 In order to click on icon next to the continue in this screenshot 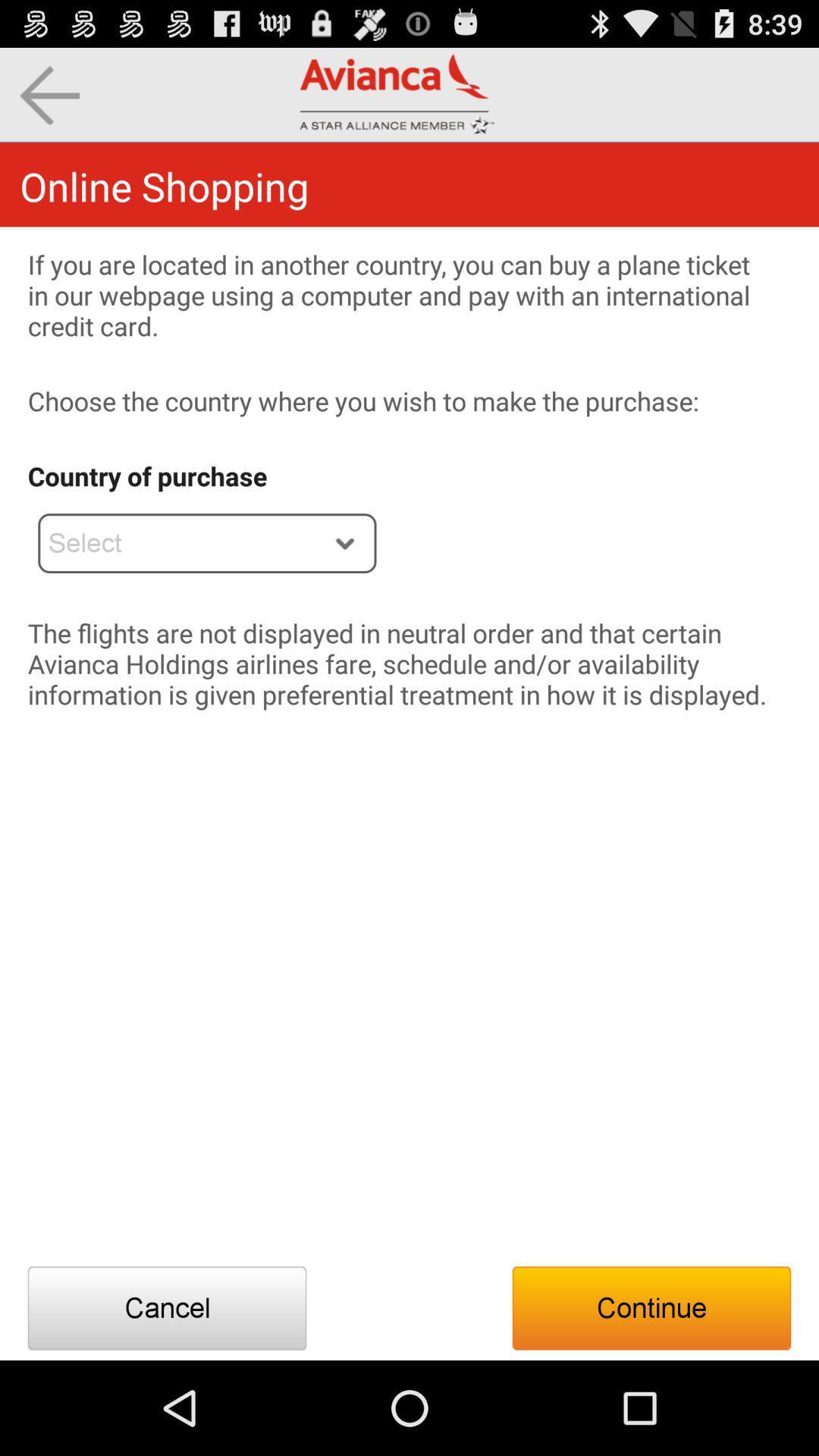, I will do `click(167, 1307)`.